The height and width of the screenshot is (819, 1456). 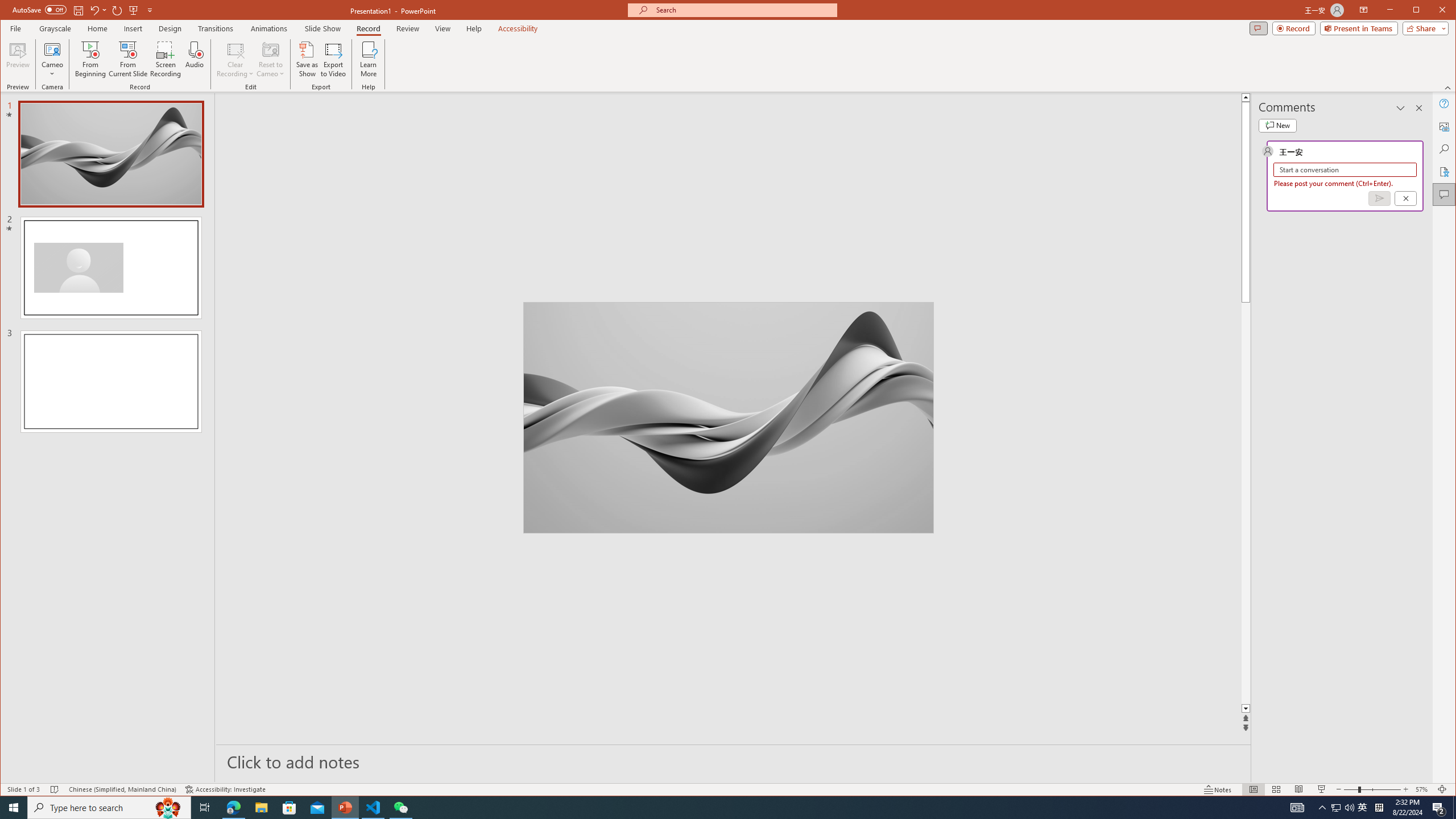 What do you see at coordinates (1345, 169) in the screenshot?
I see `'Start a conversation'` at bounding box center [1345, 169].